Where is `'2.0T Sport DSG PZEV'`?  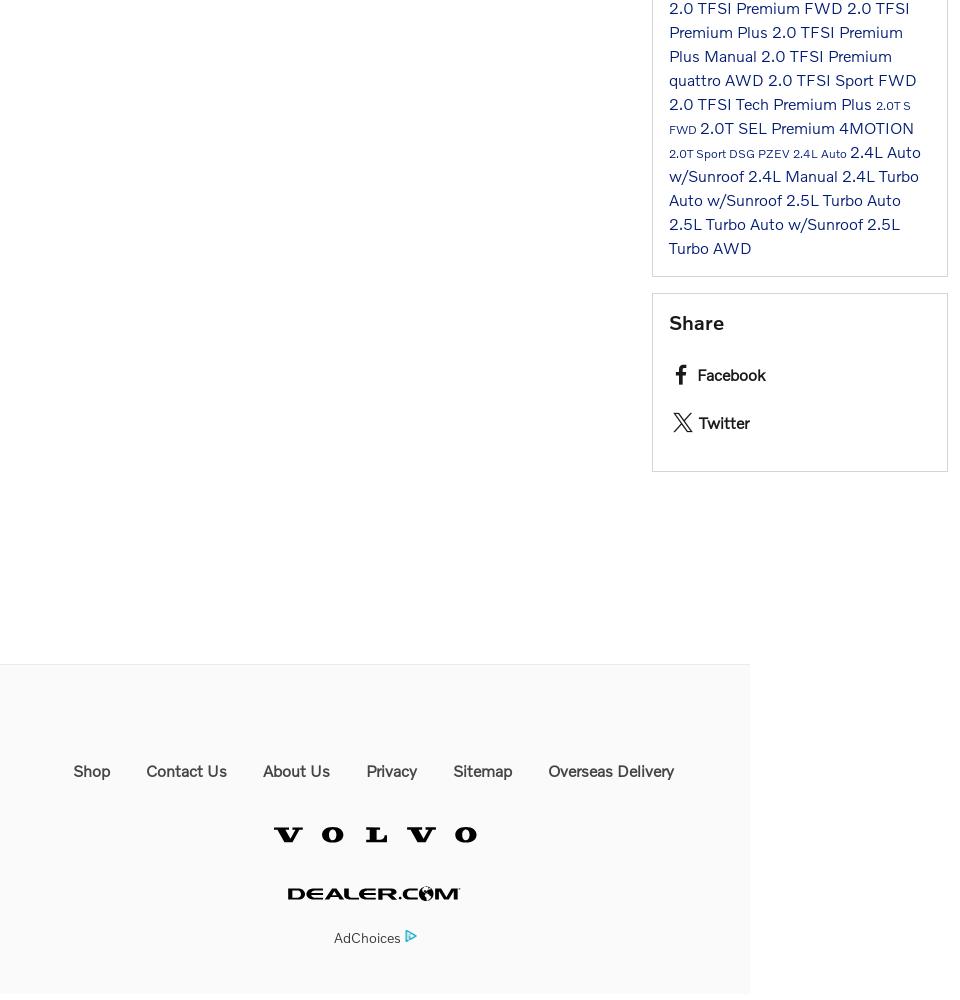
'2.0T Sport DSG PZEV' is located at coordinates (669, 152).